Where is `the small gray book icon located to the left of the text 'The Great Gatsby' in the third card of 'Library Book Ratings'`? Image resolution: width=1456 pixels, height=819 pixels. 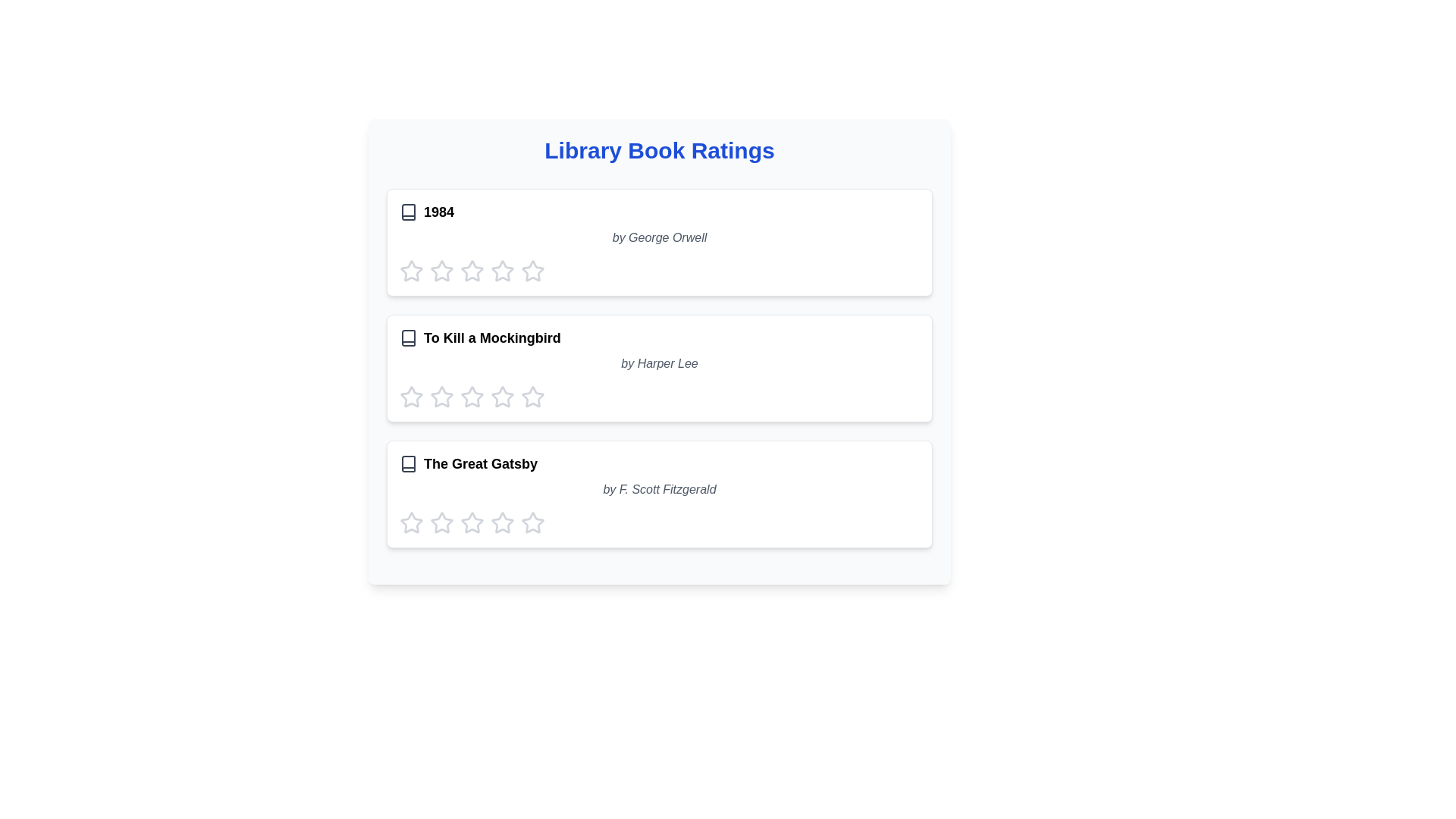 the small gray book icon located to the left of the text 'The Great Gatsby' in the third card of 'Library Book Ratings' is located at coordinates (408, 463).